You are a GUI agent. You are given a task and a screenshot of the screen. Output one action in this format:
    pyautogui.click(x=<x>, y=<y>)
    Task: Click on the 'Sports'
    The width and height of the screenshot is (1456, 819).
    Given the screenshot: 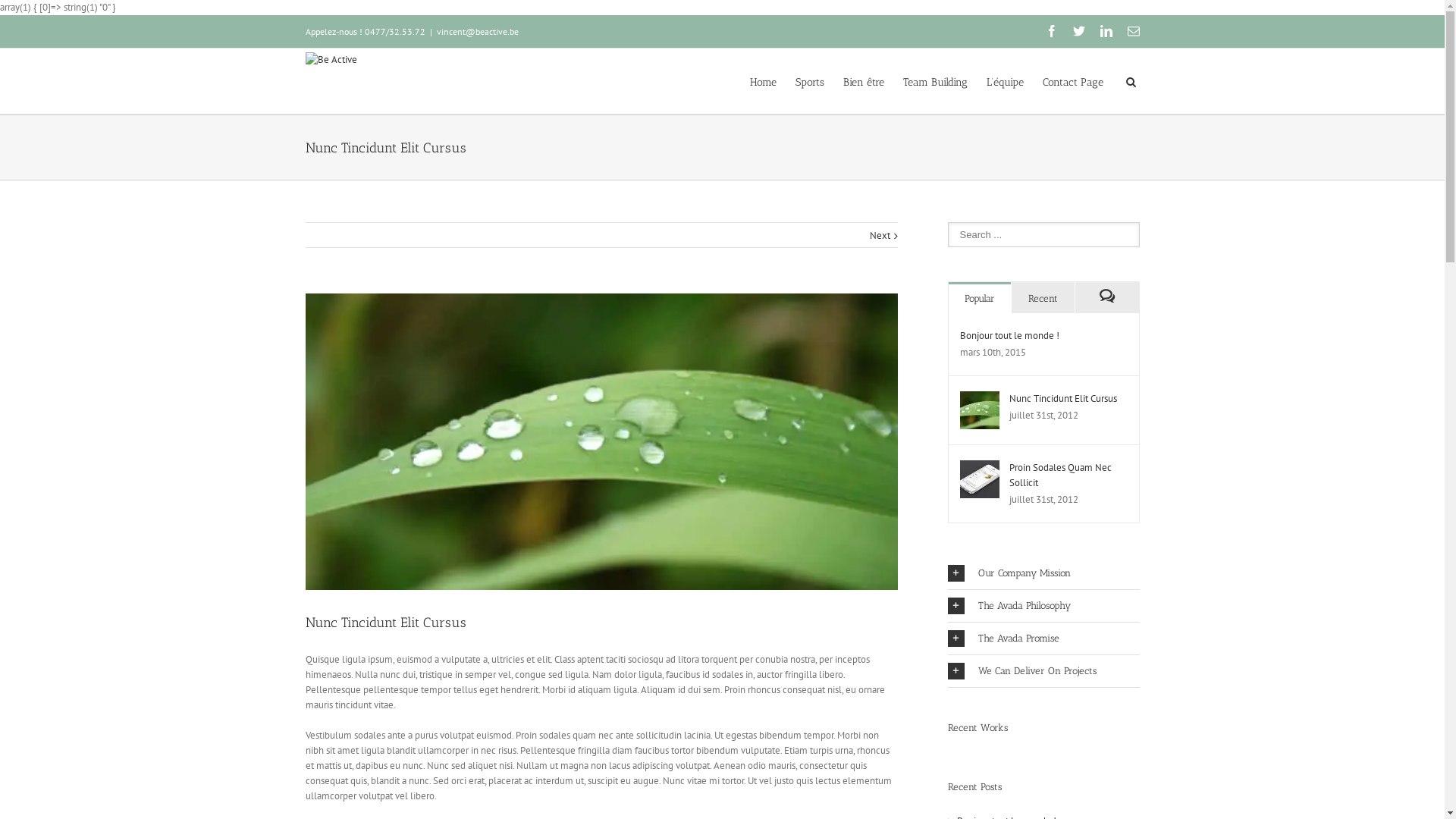 What is the action you would take?
    pyautogui.click(x=808, y=81)
    